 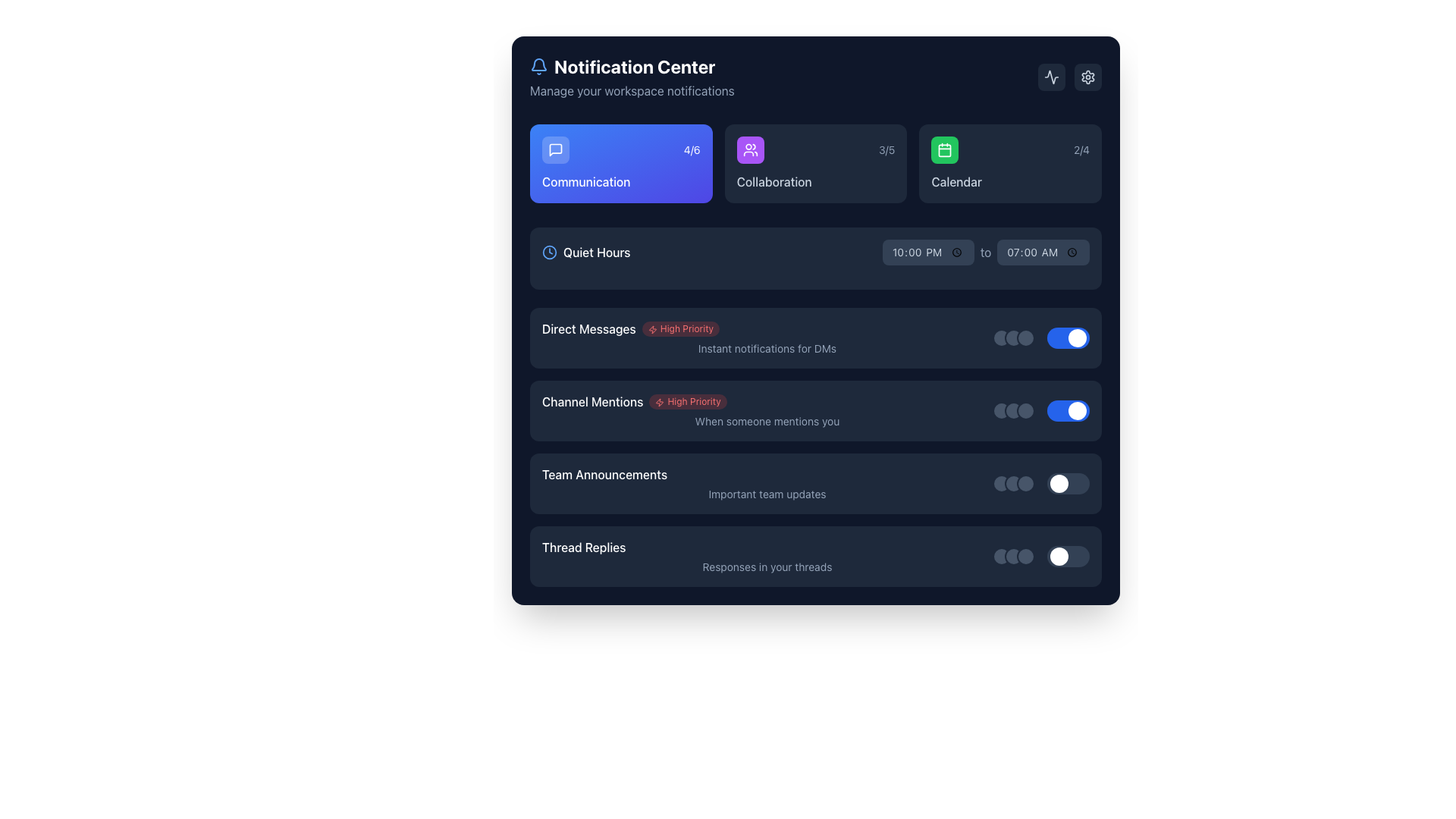 I want to click on the displayed fraction in the Text label located in the upper section of the interface inside the blue rectangle labeled 'Communication', positioned towards the top-right corner, so click(x=691, y=149).